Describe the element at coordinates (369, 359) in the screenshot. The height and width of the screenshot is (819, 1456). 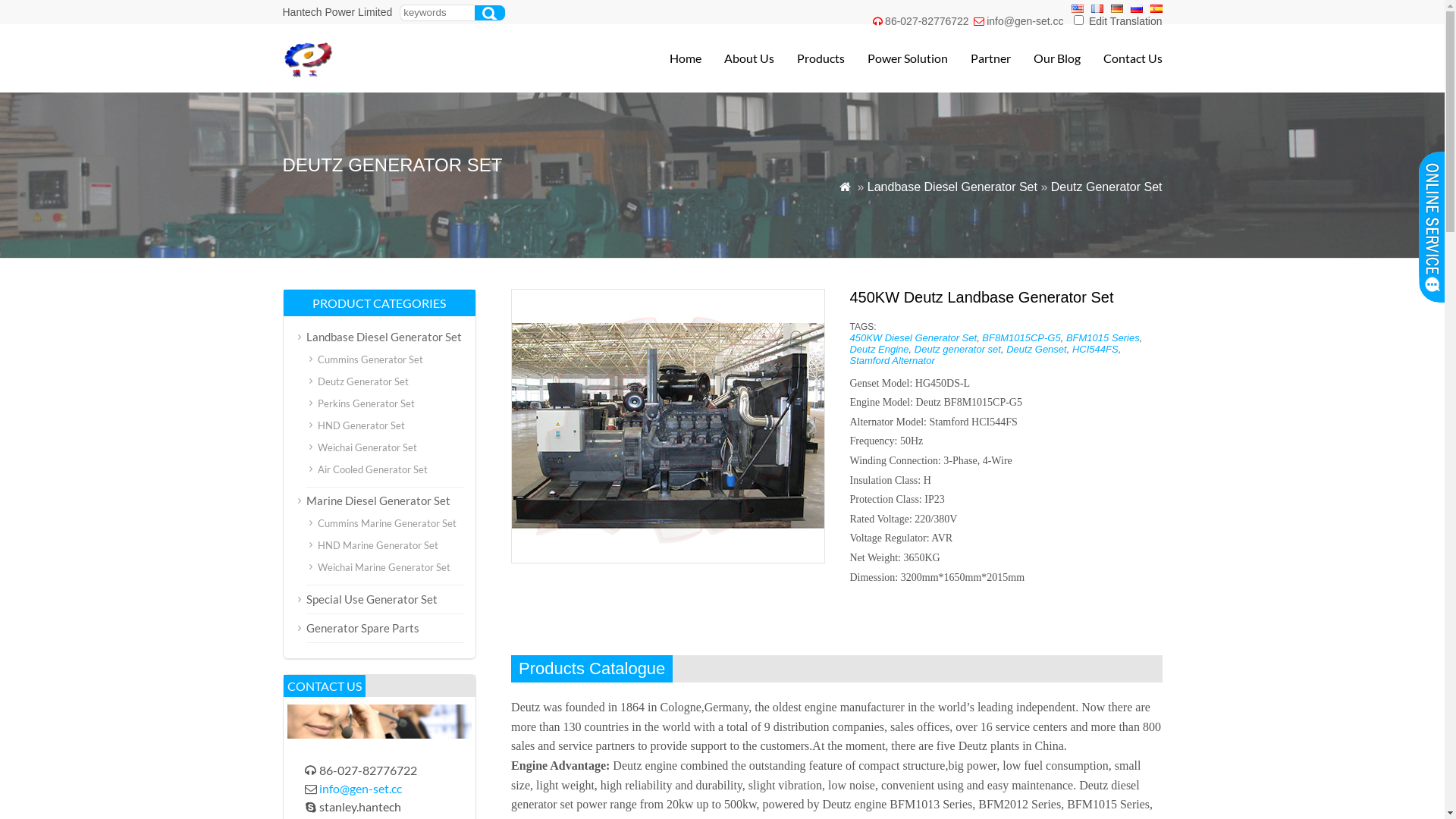
I see `'Cummins Generator Set'` at that location.